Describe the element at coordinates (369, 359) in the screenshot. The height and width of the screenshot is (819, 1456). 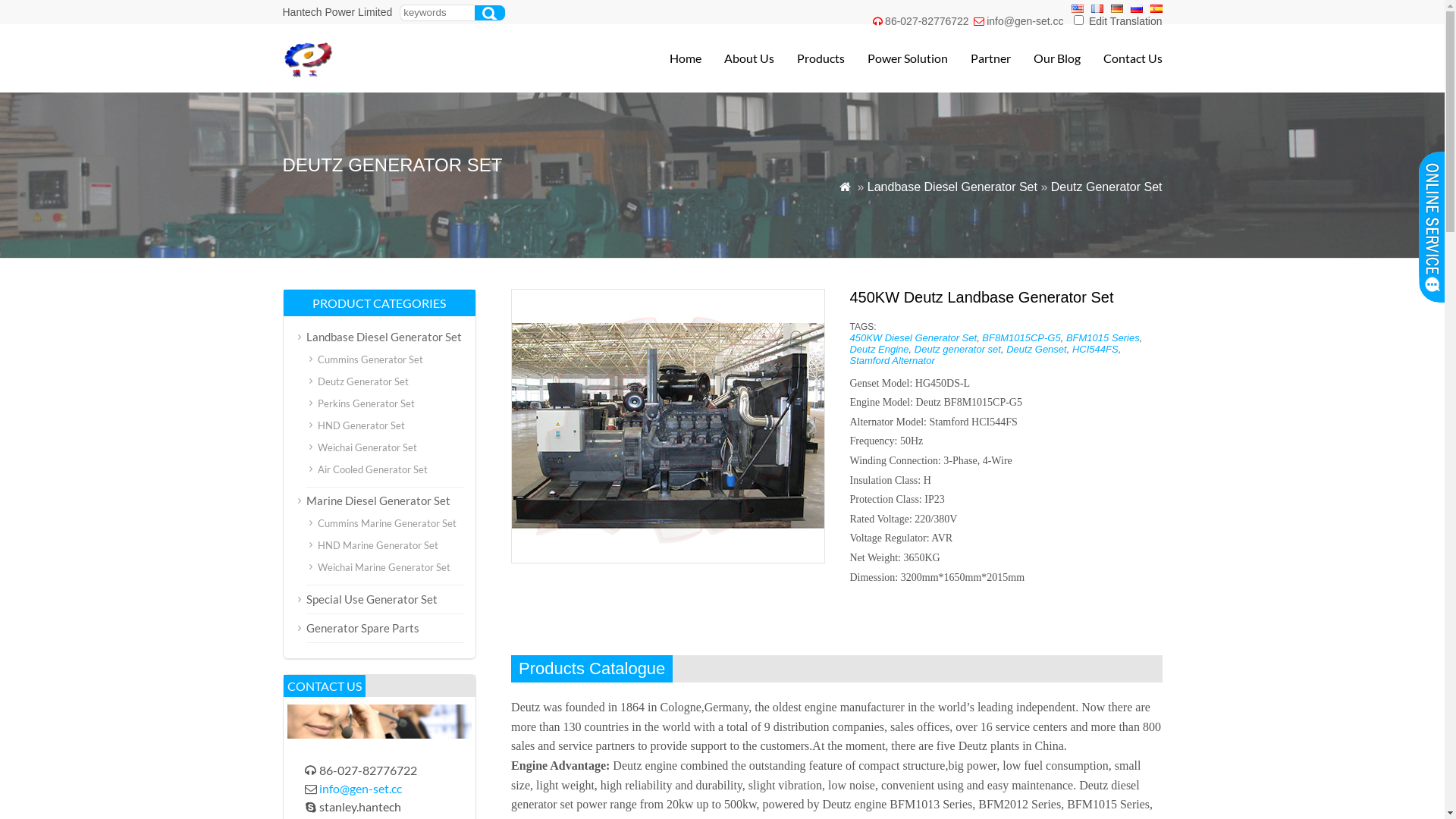
I see `'Cummins Generator Set'` at that location.